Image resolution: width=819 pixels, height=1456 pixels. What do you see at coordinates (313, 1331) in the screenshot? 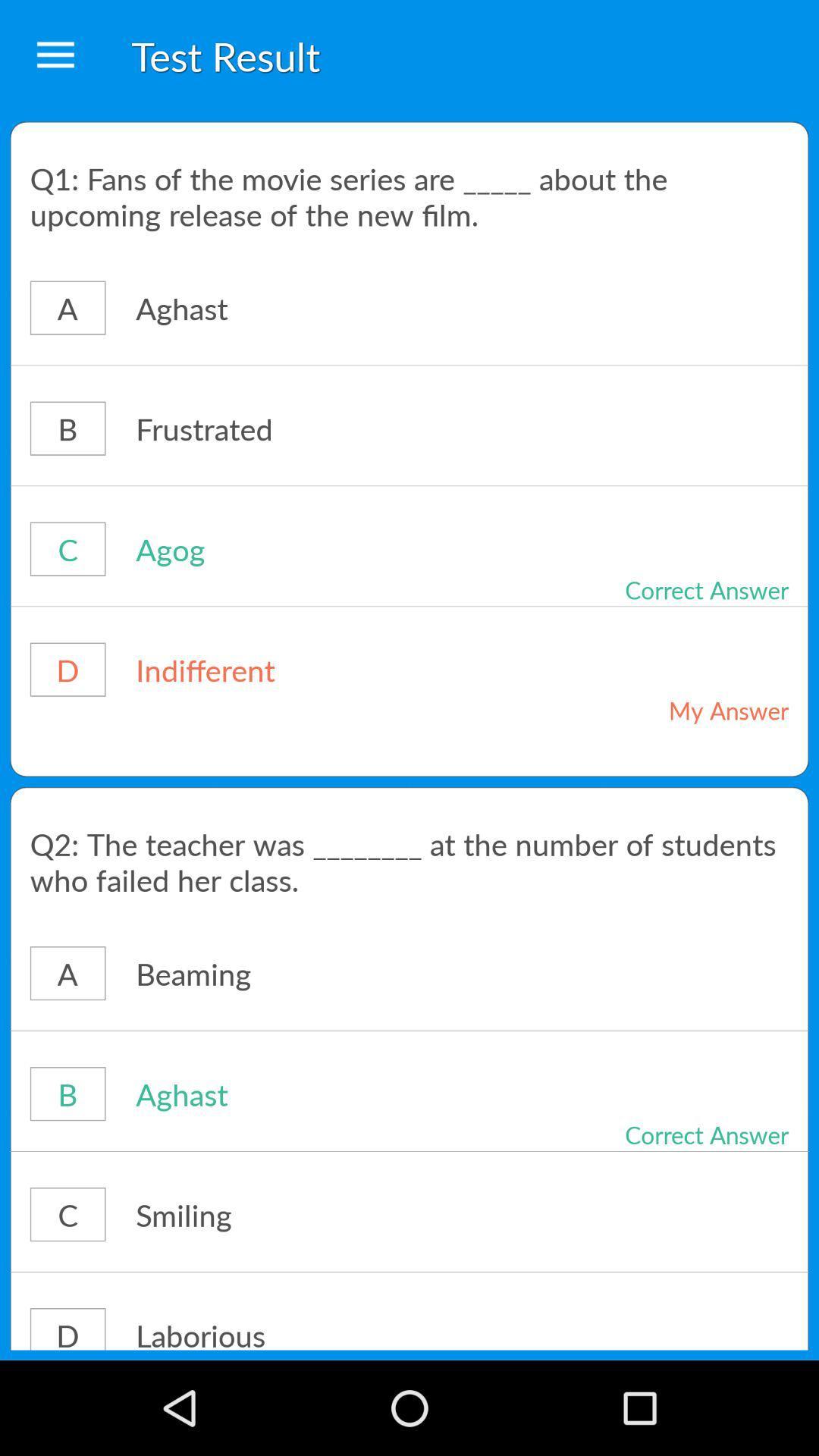
I see `item next to d` at bounding box center [313, 1331].